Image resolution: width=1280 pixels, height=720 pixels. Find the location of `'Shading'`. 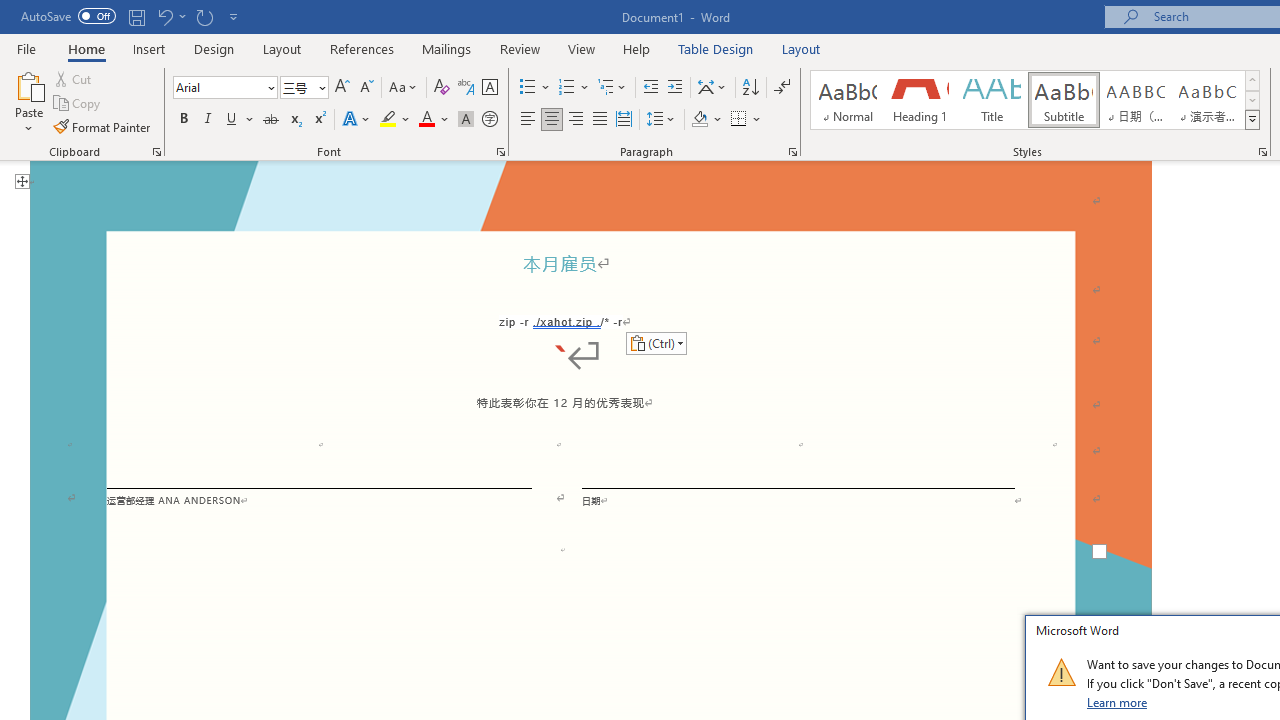

'Shading' is located at coordinates (707, 119).